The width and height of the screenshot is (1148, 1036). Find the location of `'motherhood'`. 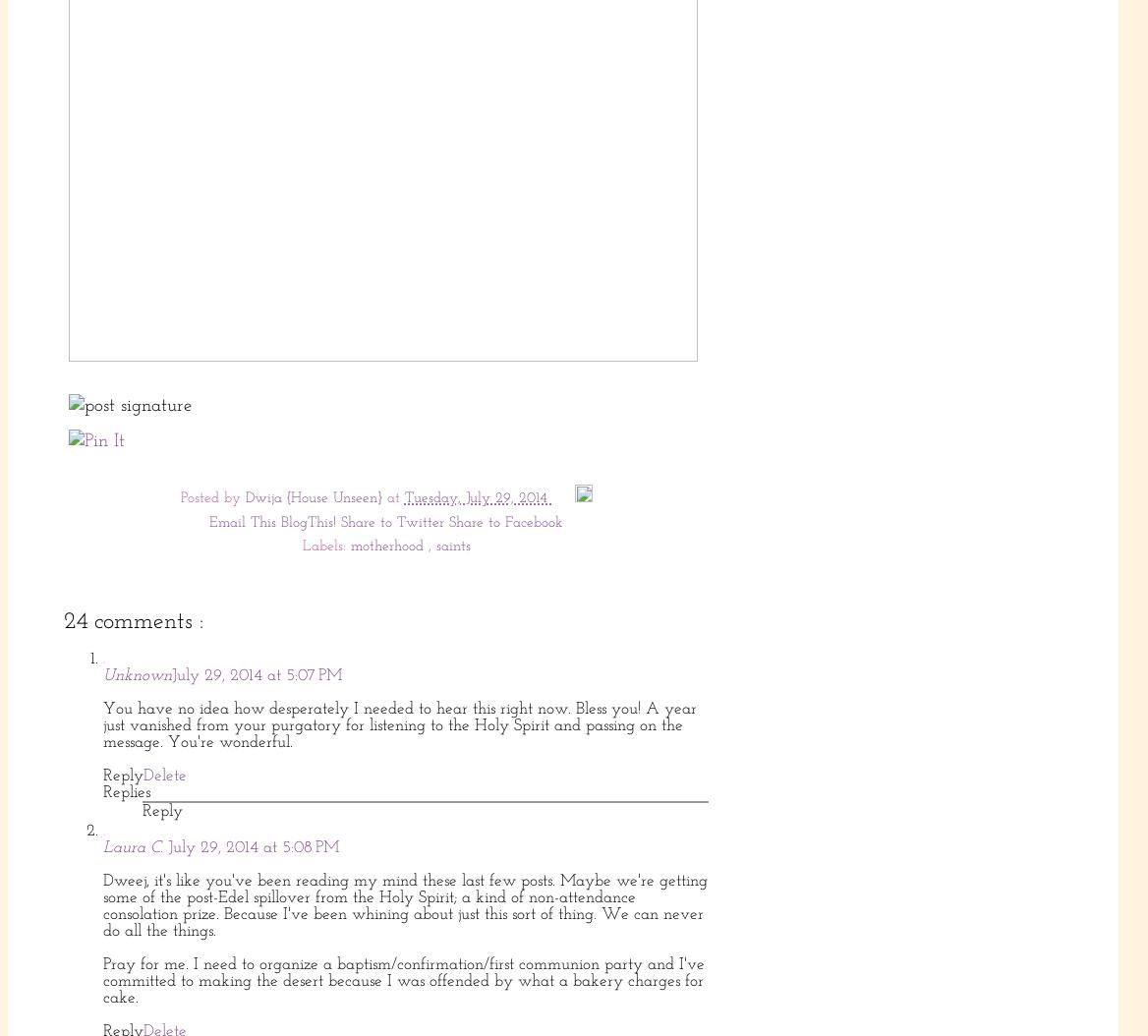

'motherhood' is located at coordinates (387, 547).